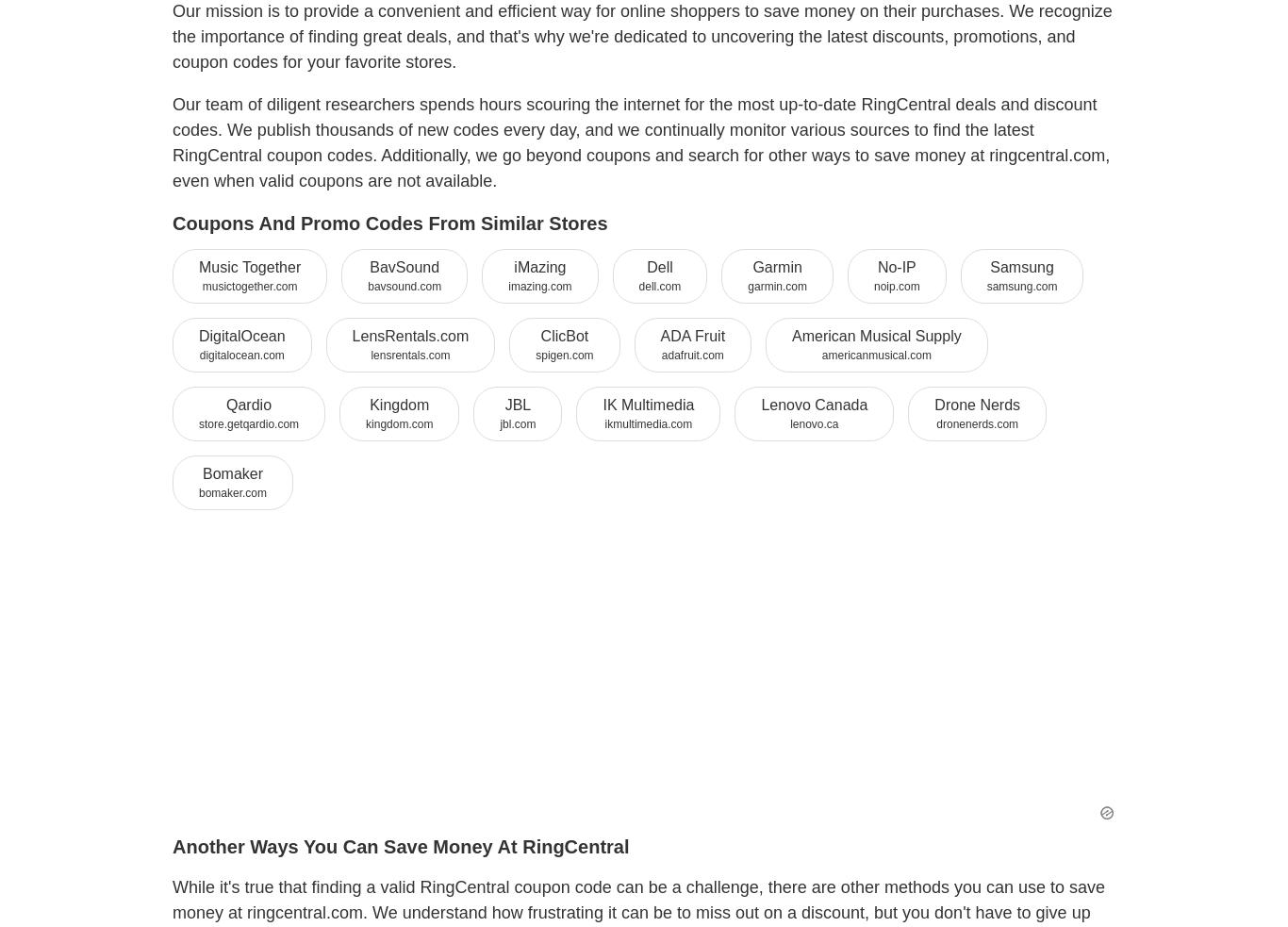  I want to click on 'No-IP', so click(896, 266).